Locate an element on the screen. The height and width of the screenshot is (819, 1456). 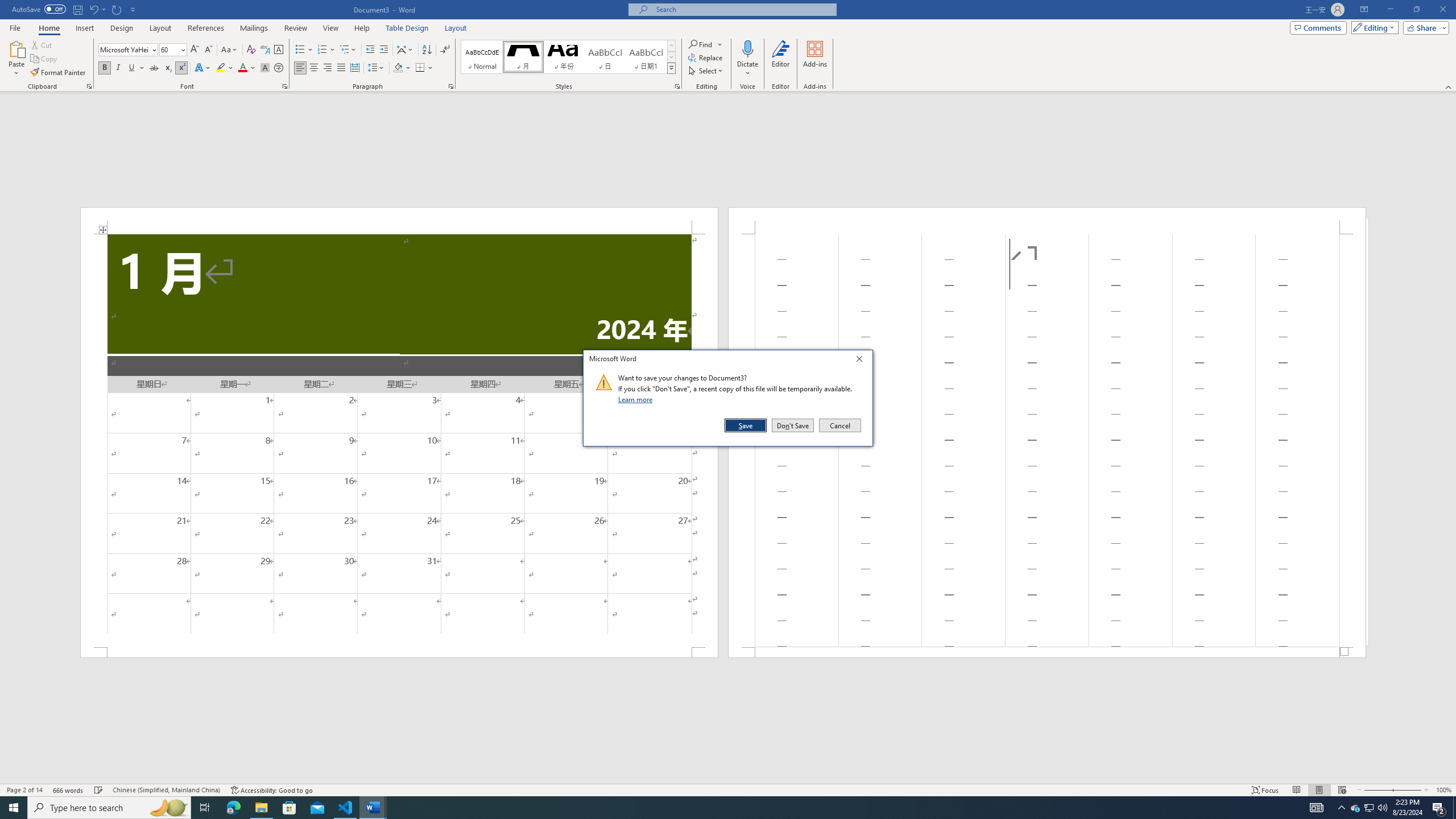
'Multilevel List' is located at coordinates (348, 49).